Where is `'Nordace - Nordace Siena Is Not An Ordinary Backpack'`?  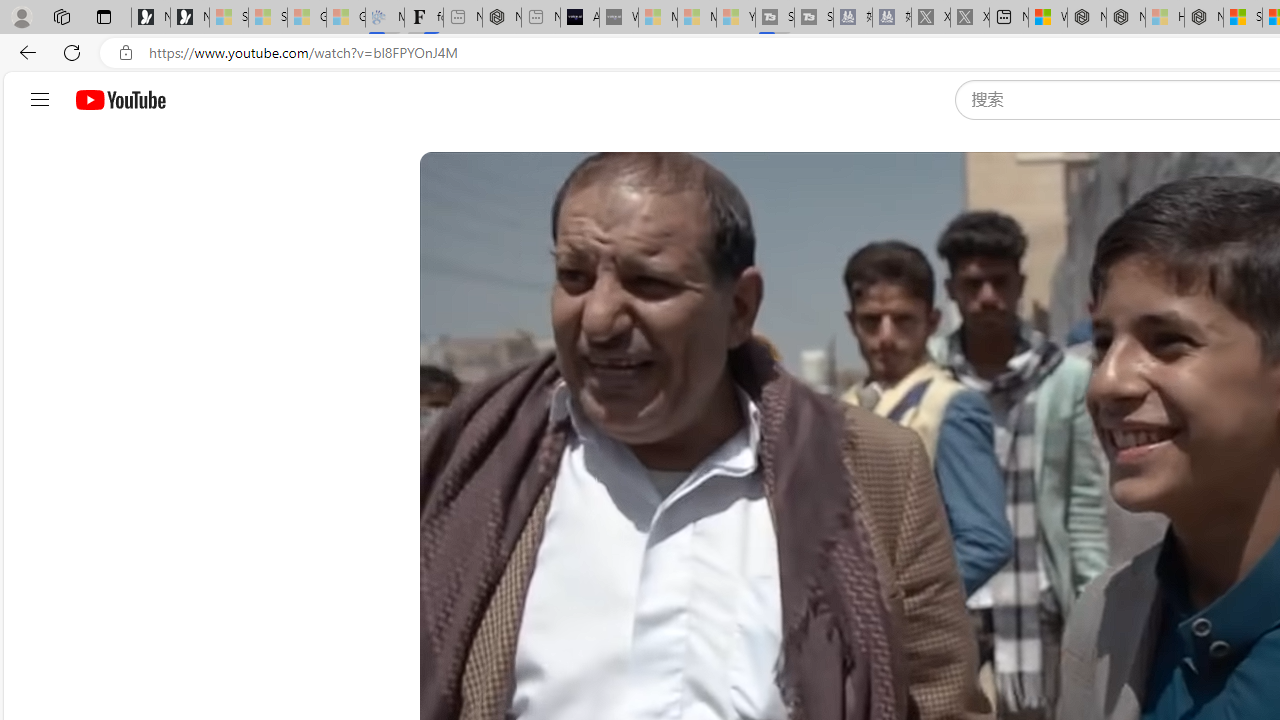 'Nordace - Nordace Siena Is Not An Ordinary Backpack' is located at coordinates (1202, 17).